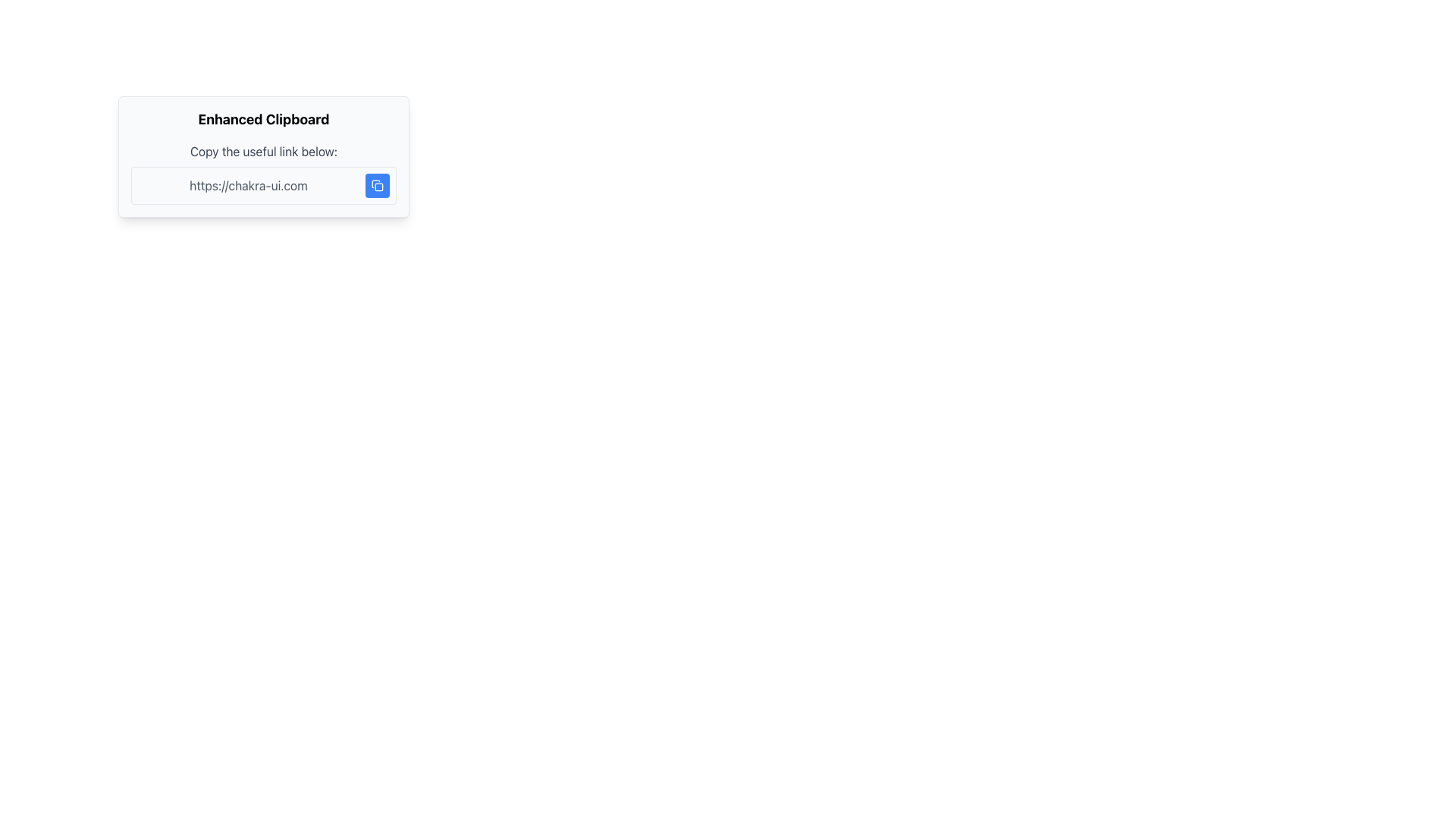 The image size is (1456, 819). I want to click on the 'copy' icon, which resembles overlapping rectangles and is located within a rounded blue button to the right of the URL text box 'https://chakra-ui.com', to copy the adjacent text, so click(378, 185).